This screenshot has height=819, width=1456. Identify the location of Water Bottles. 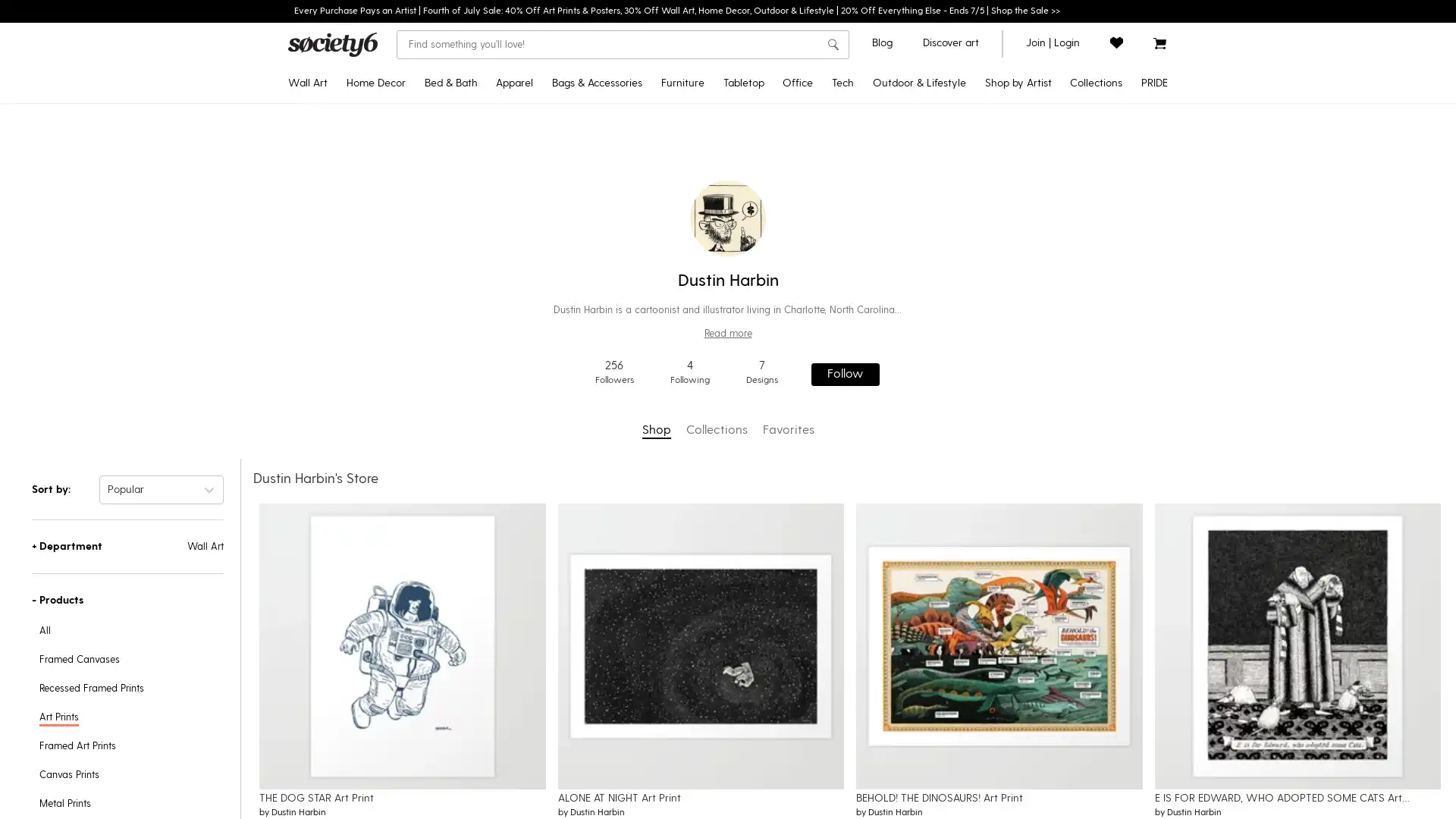
(939, 195).